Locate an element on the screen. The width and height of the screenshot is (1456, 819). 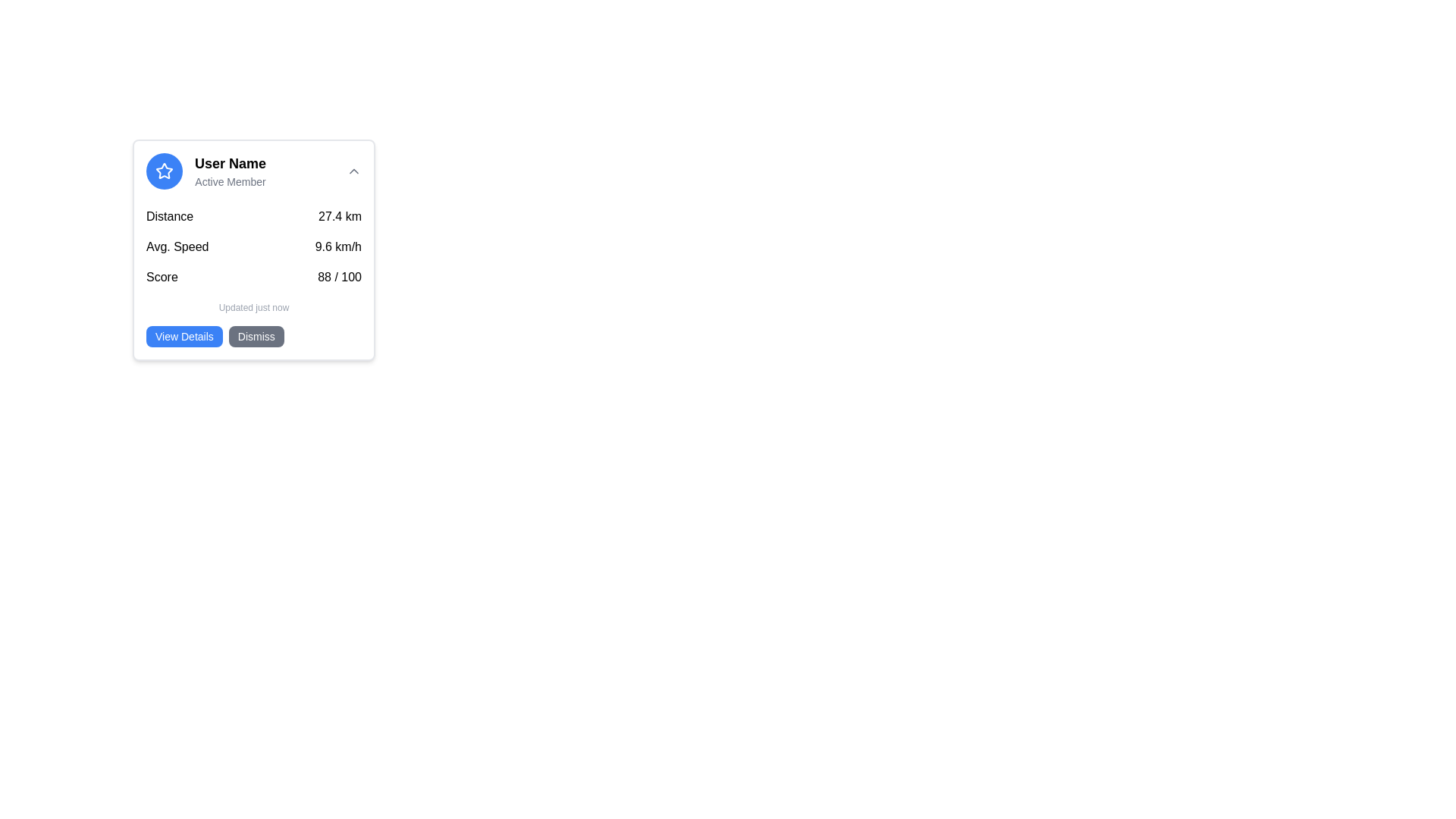
the text label that describes the score or rating, located in the lower section of the card-like component, positioned to the far left of the '88 / 100' text is located at coordinates (162, 278).